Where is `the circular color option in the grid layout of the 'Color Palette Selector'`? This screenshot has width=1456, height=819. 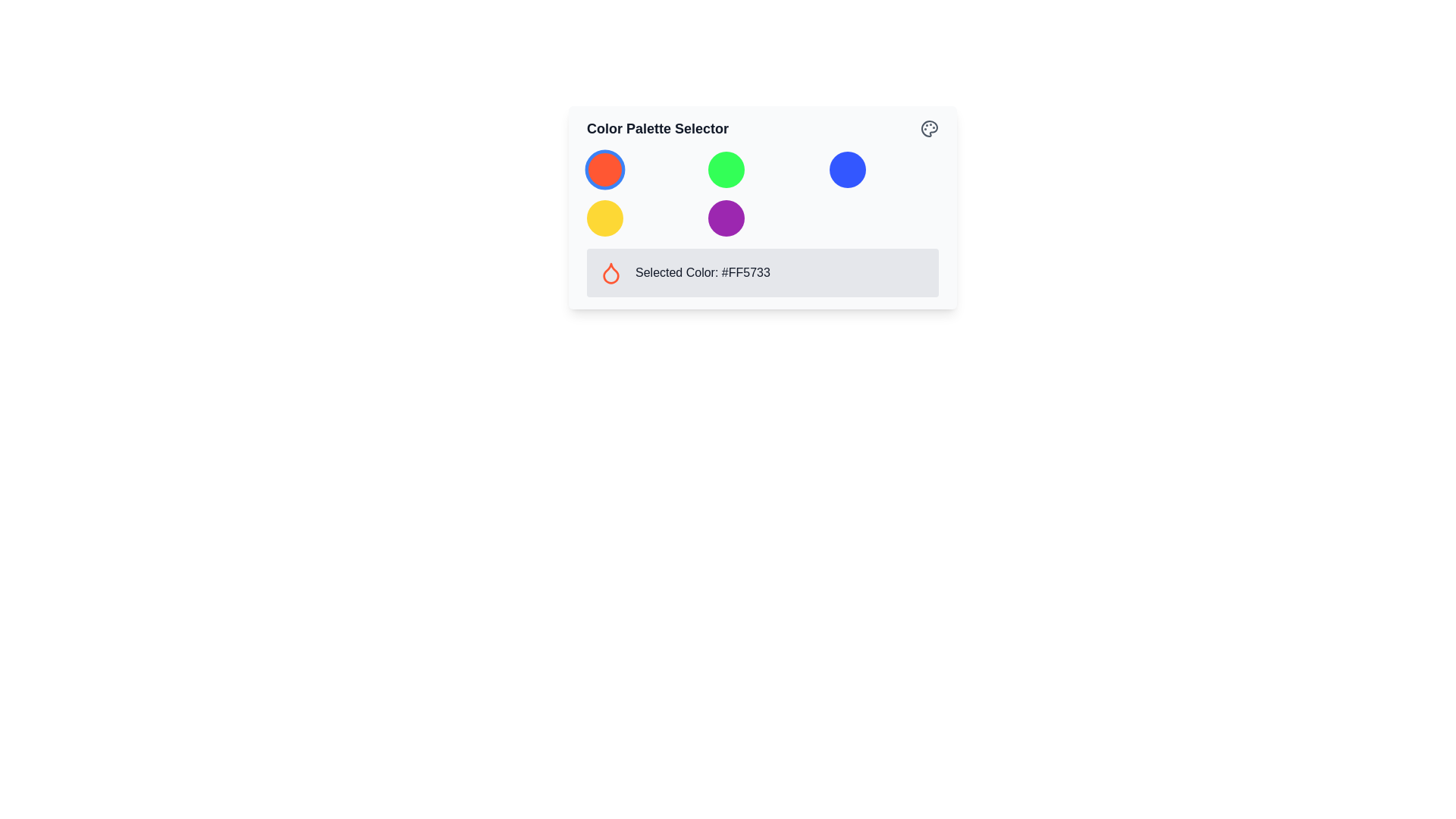
the circular color option in the grid layout of the 'Color Palette Selector' is located at coordinates (763, 199).